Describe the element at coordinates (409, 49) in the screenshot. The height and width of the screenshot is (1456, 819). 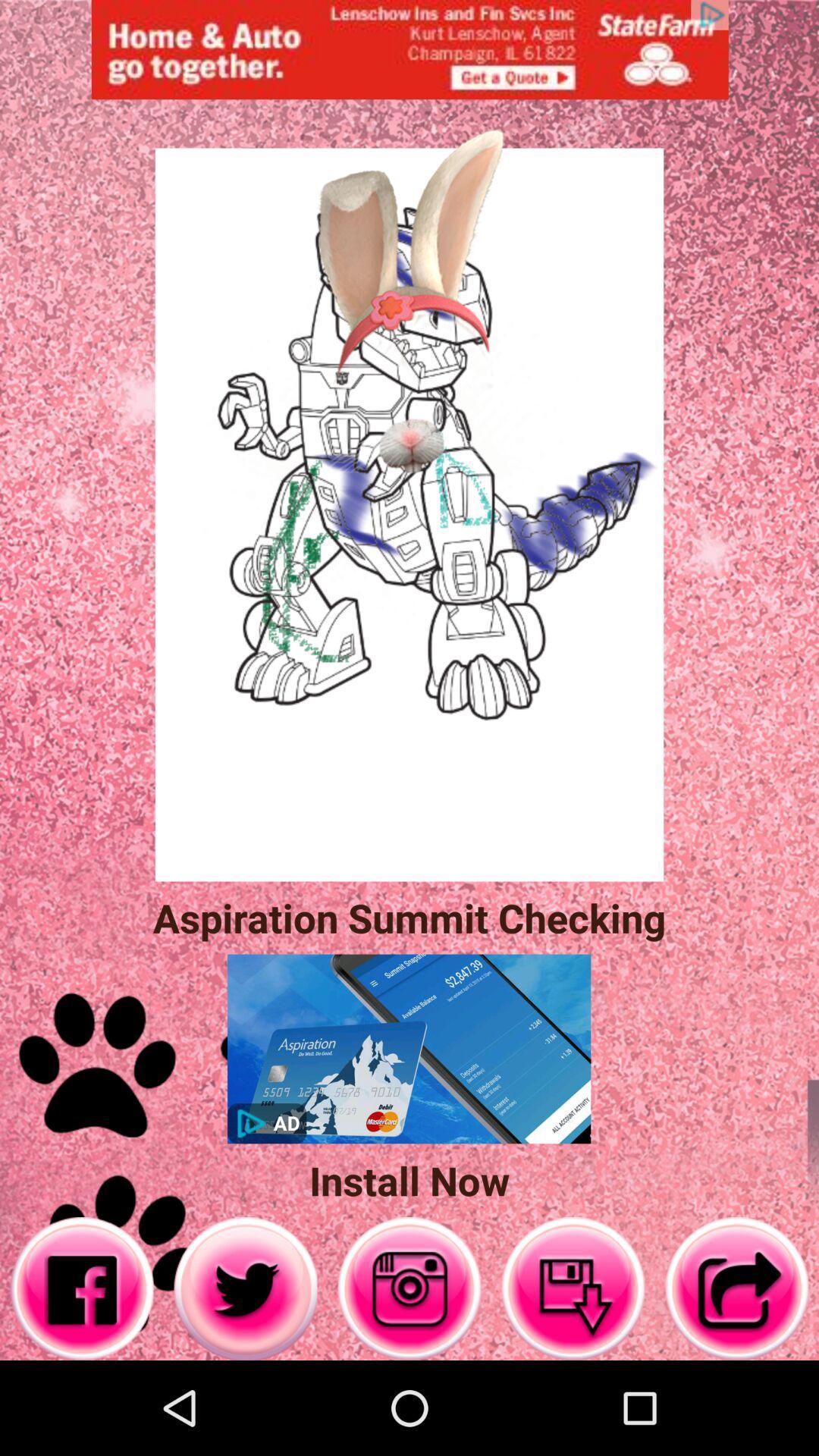
I see `advertisement page` at that location.